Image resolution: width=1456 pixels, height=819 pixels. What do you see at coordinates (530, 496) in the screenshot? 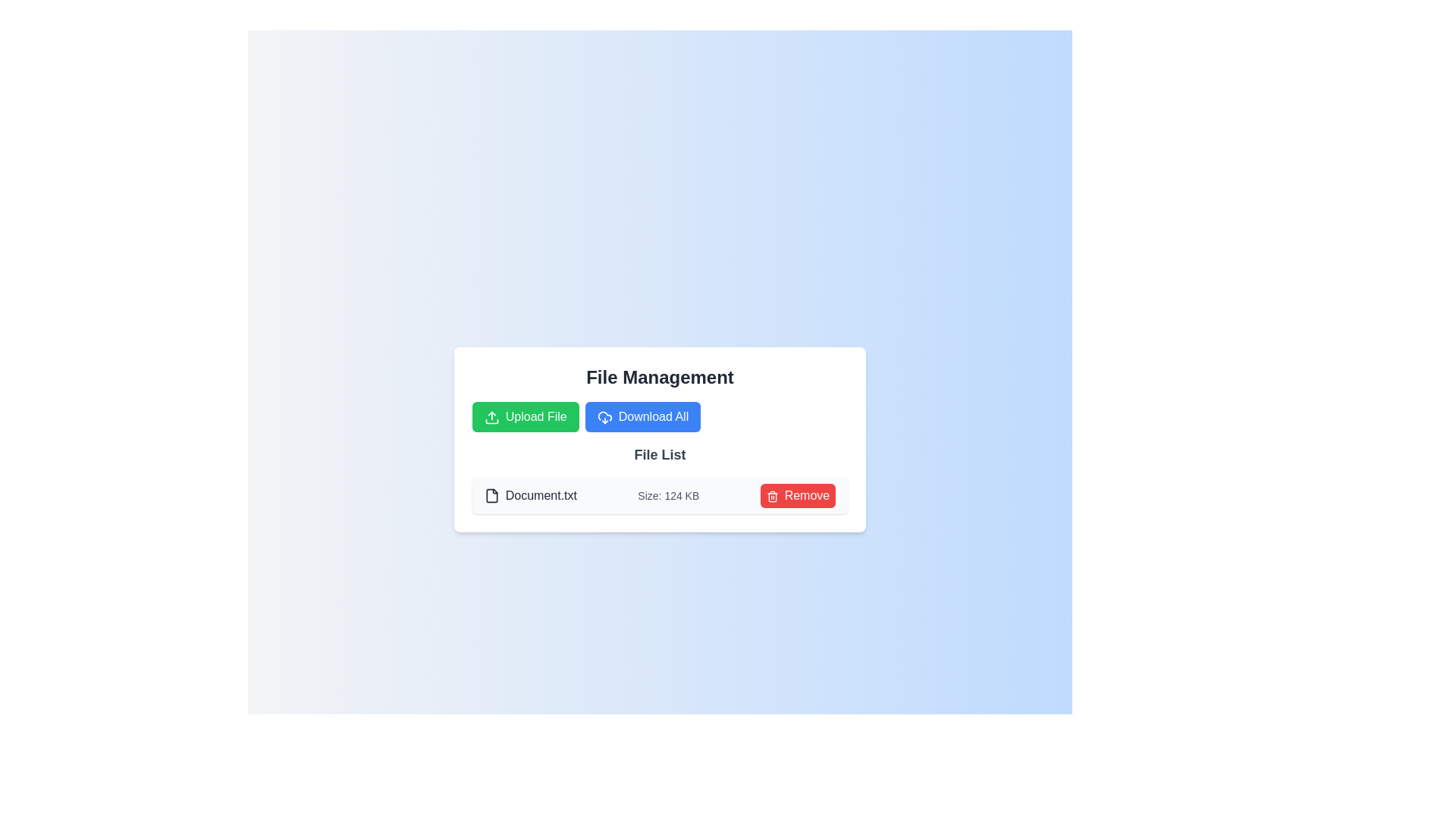
I see `the text label 'Document.txt' which is styled with a gray font on a white background and is paired with a document file icon, located in the 'File List' section` at bounding box center [530, 496].